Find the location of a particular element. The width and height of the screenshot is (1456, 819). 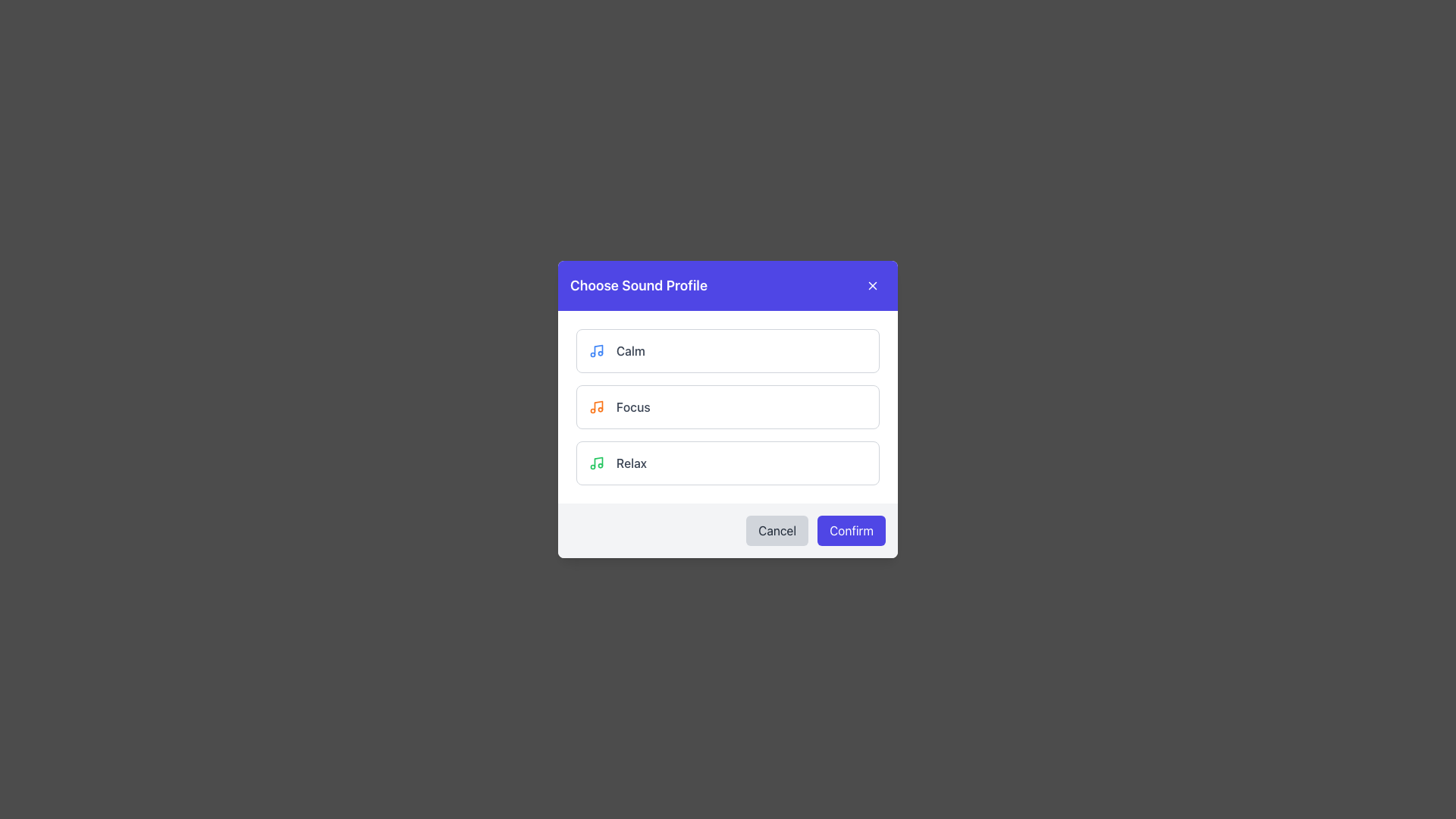

the confirmation button located in the lower right corner of the dialog box to confirm the action is located at coordinates (852, 529).